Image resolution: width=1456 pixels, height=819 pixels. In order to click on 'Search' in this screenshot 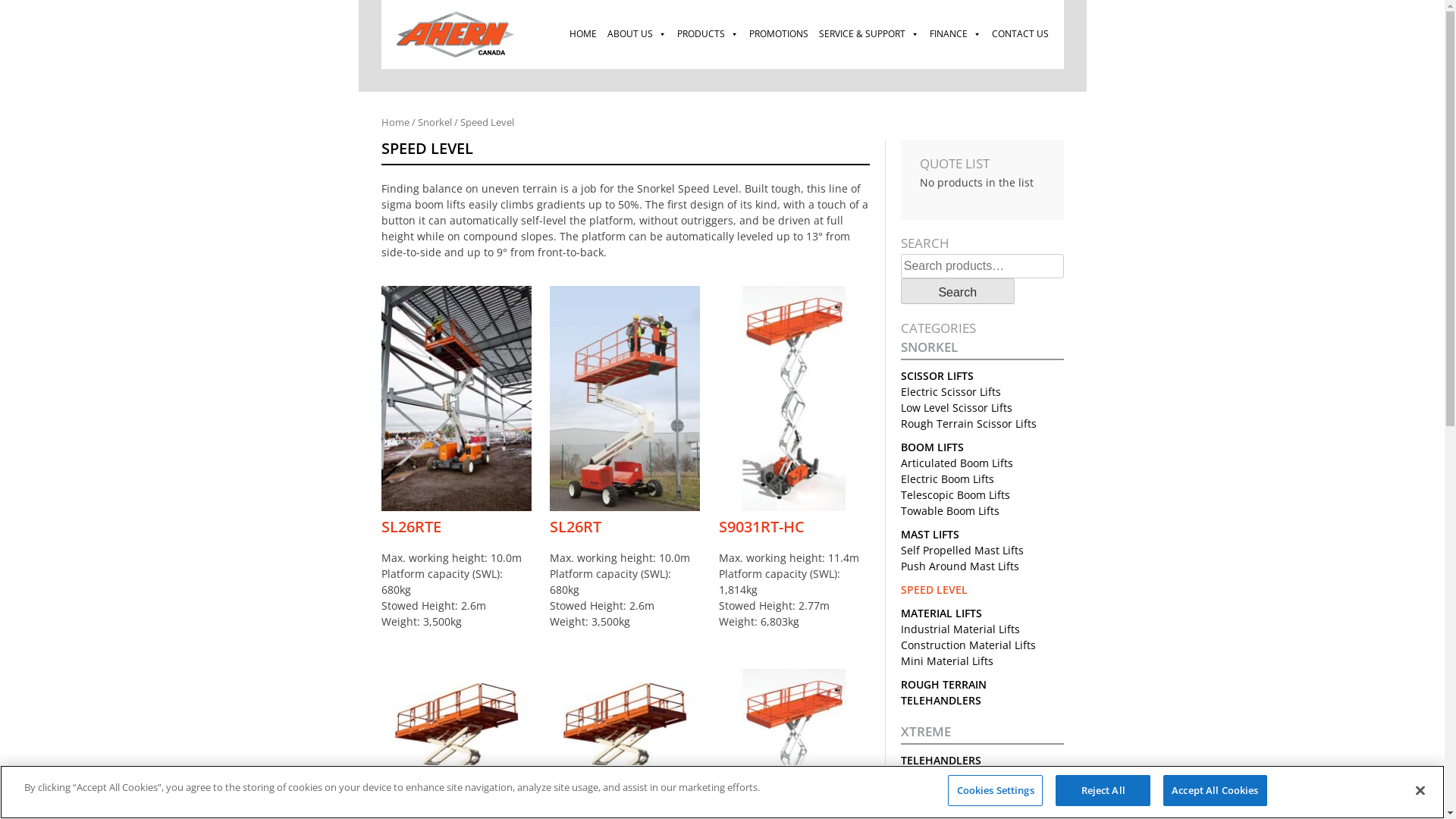, I will do `click(956, 291)`.